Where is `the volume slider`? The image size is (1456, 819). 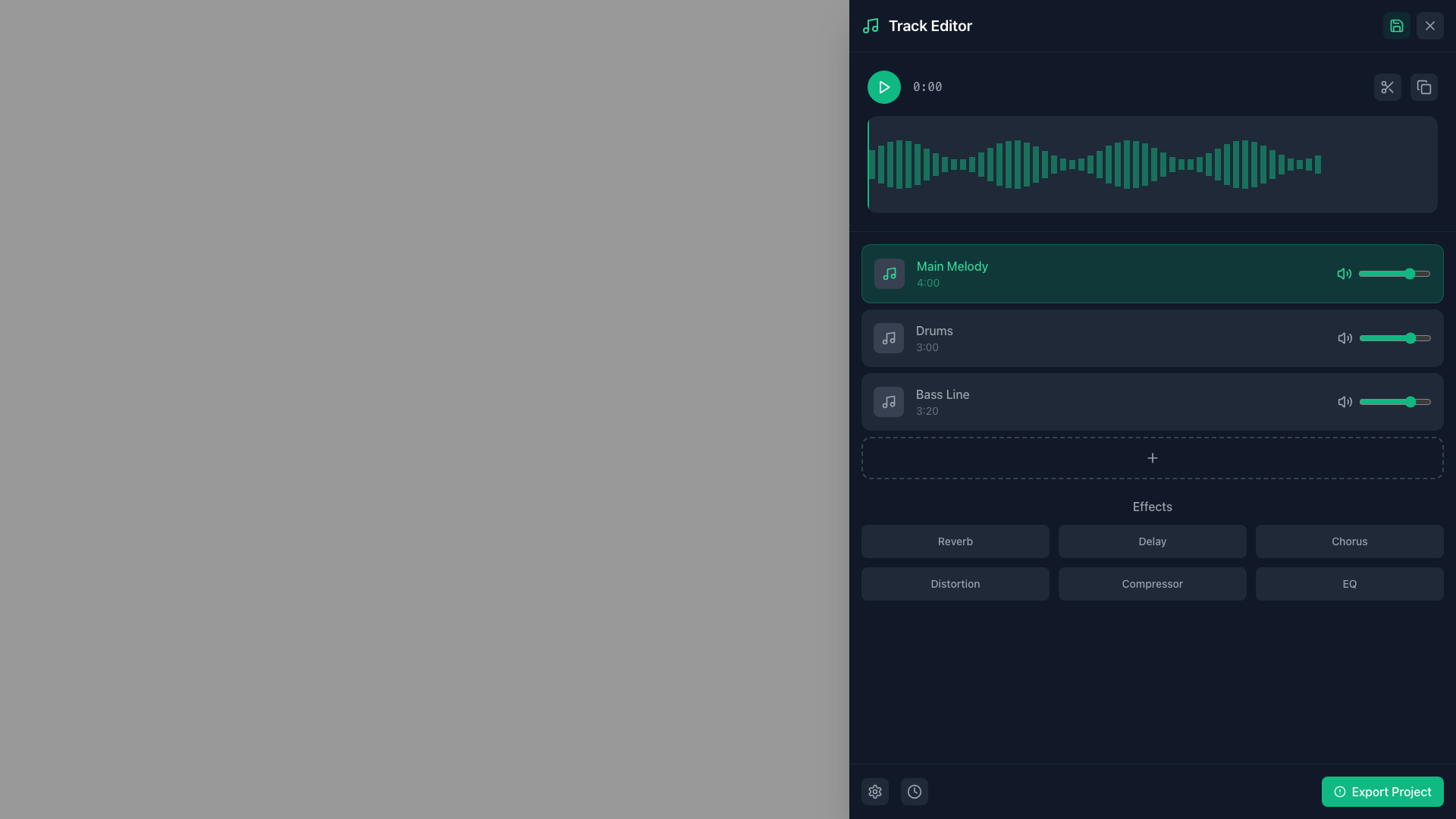
the volume slider is located at coordinates (1369, 400).